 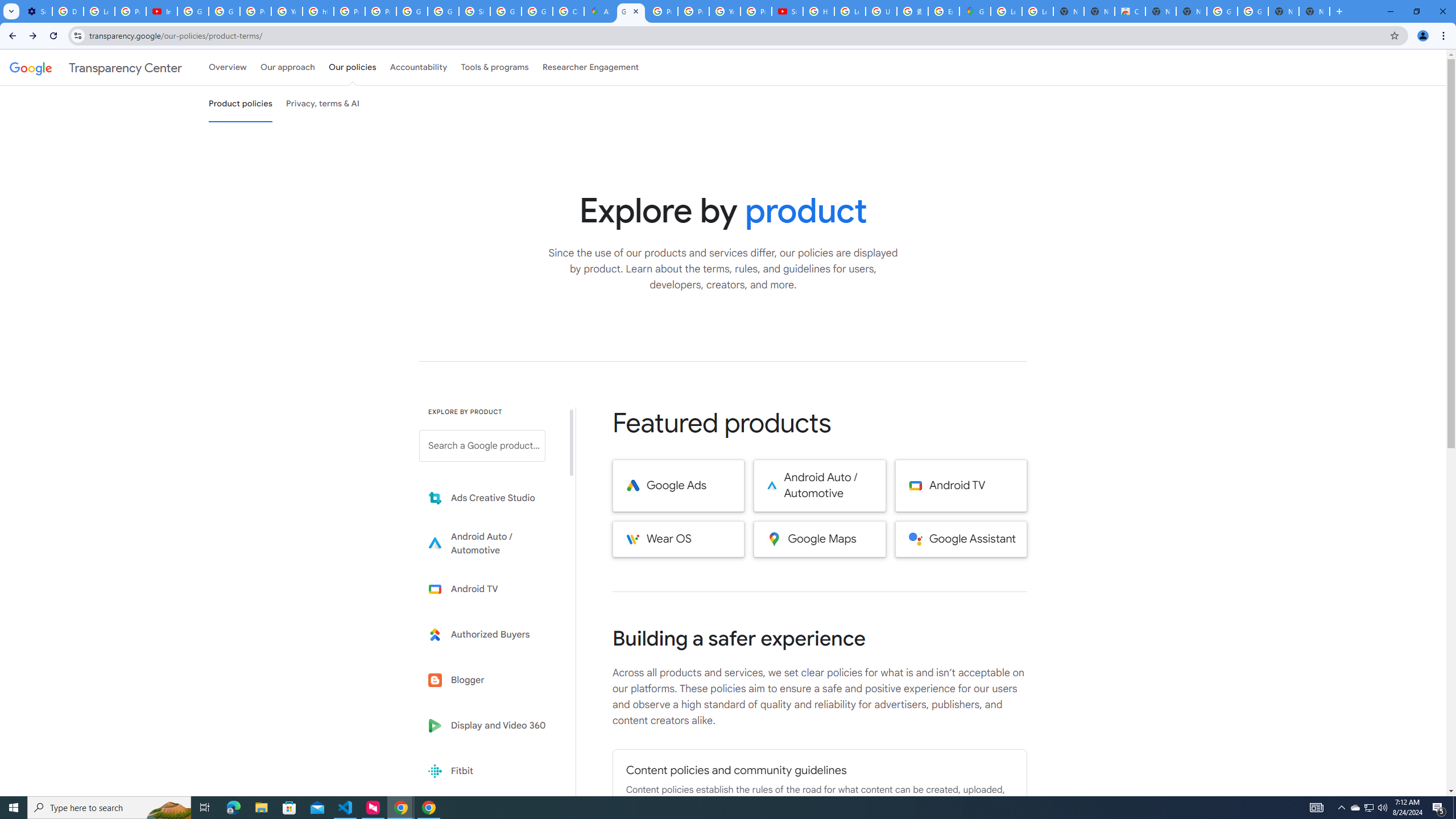 I want to click on 'Our approach', so click(x=287, y=67).